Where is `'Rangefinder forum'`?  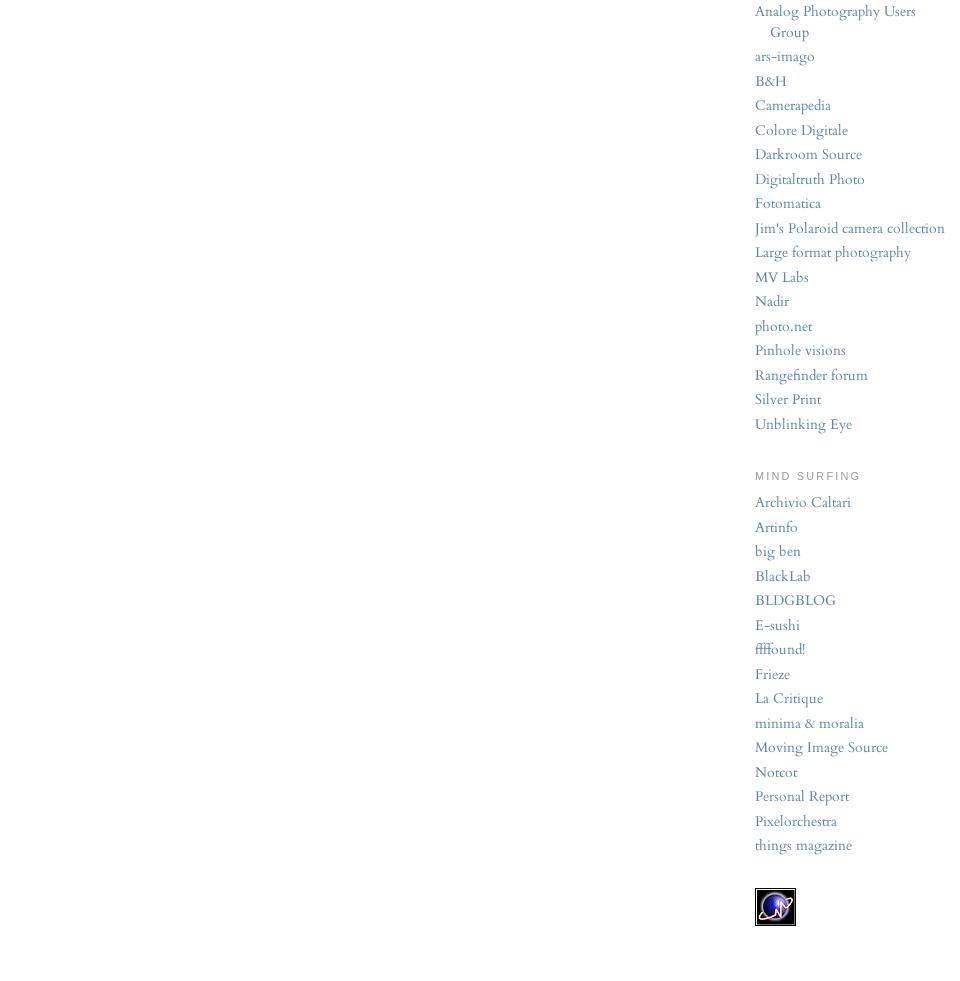 'Rangefinder forum' is located at coordinates (811, 373).